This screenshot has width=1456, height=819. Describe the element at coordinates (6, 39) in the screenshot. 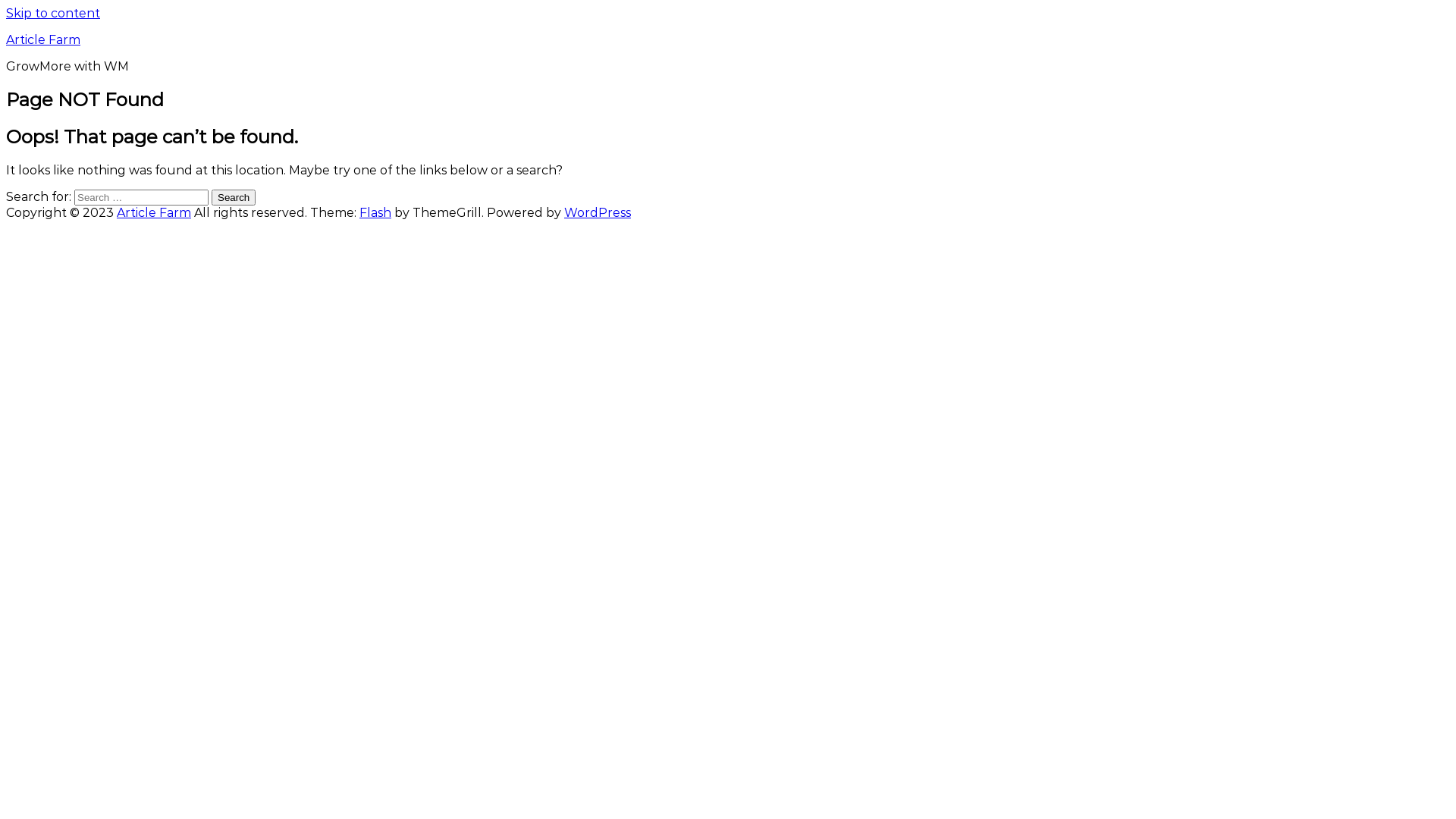

I see `'Article Farm'` at that location.